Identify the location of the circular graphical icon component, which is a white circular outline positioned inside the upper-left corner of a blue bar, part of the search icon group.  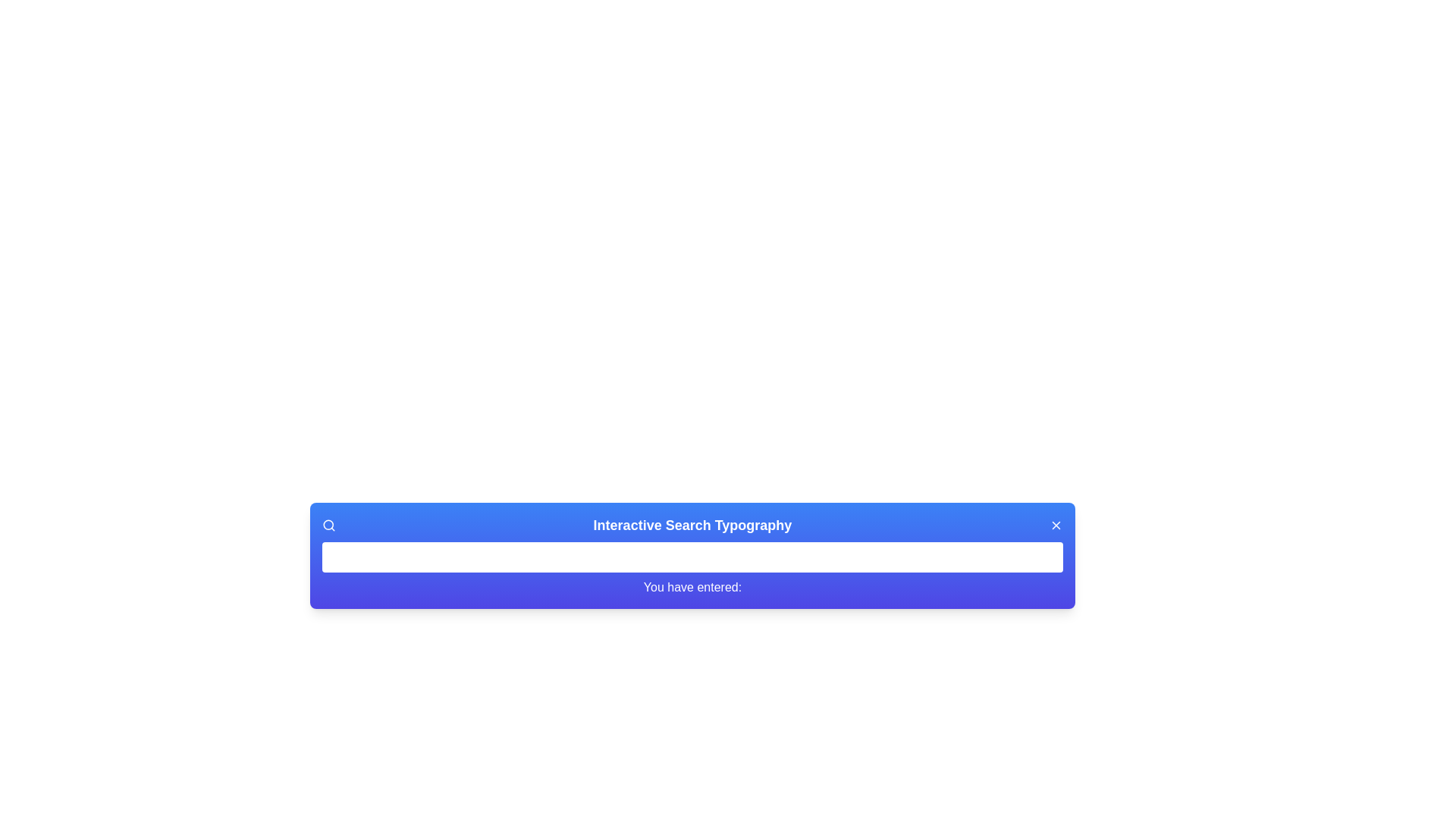
(328, 524).